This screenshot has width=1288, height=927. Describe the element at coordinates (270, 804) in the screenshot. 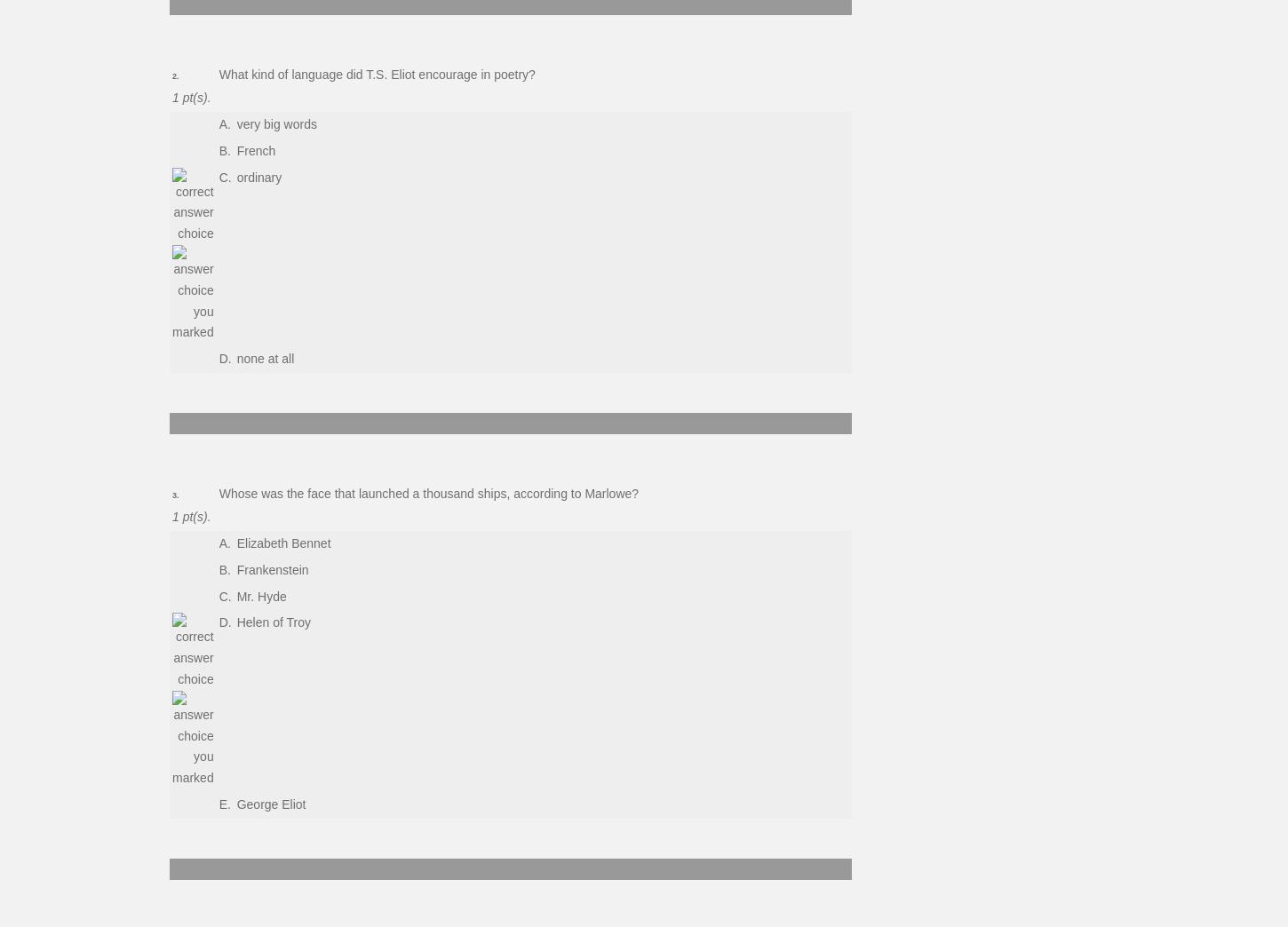

I see `'George Eliot'` at that location.